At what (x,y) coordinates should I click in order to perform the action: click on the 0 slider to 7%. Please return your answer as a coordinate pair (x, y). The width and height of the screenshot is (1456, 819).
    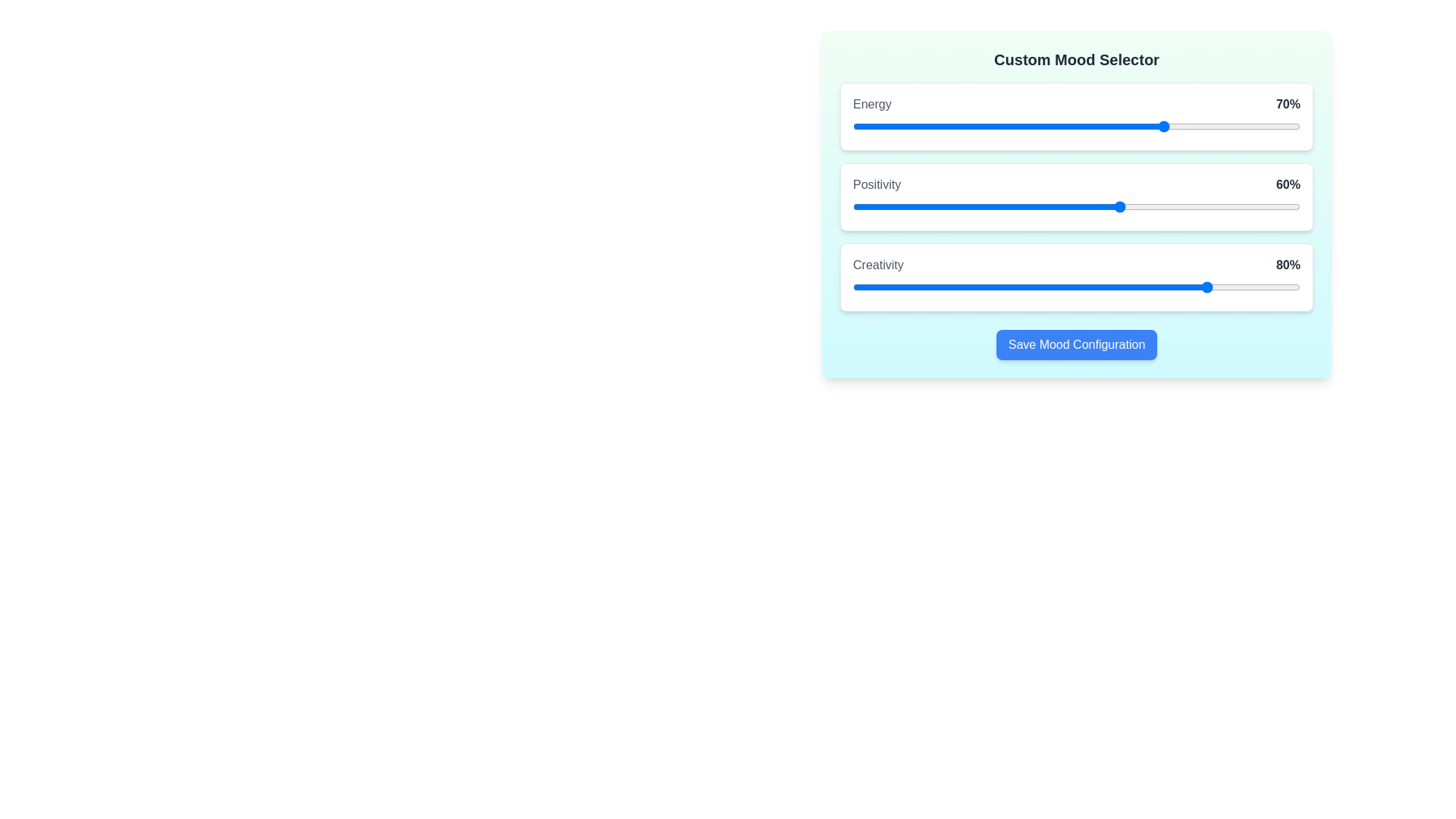
    Looking at the image, I should click on (884, 125).